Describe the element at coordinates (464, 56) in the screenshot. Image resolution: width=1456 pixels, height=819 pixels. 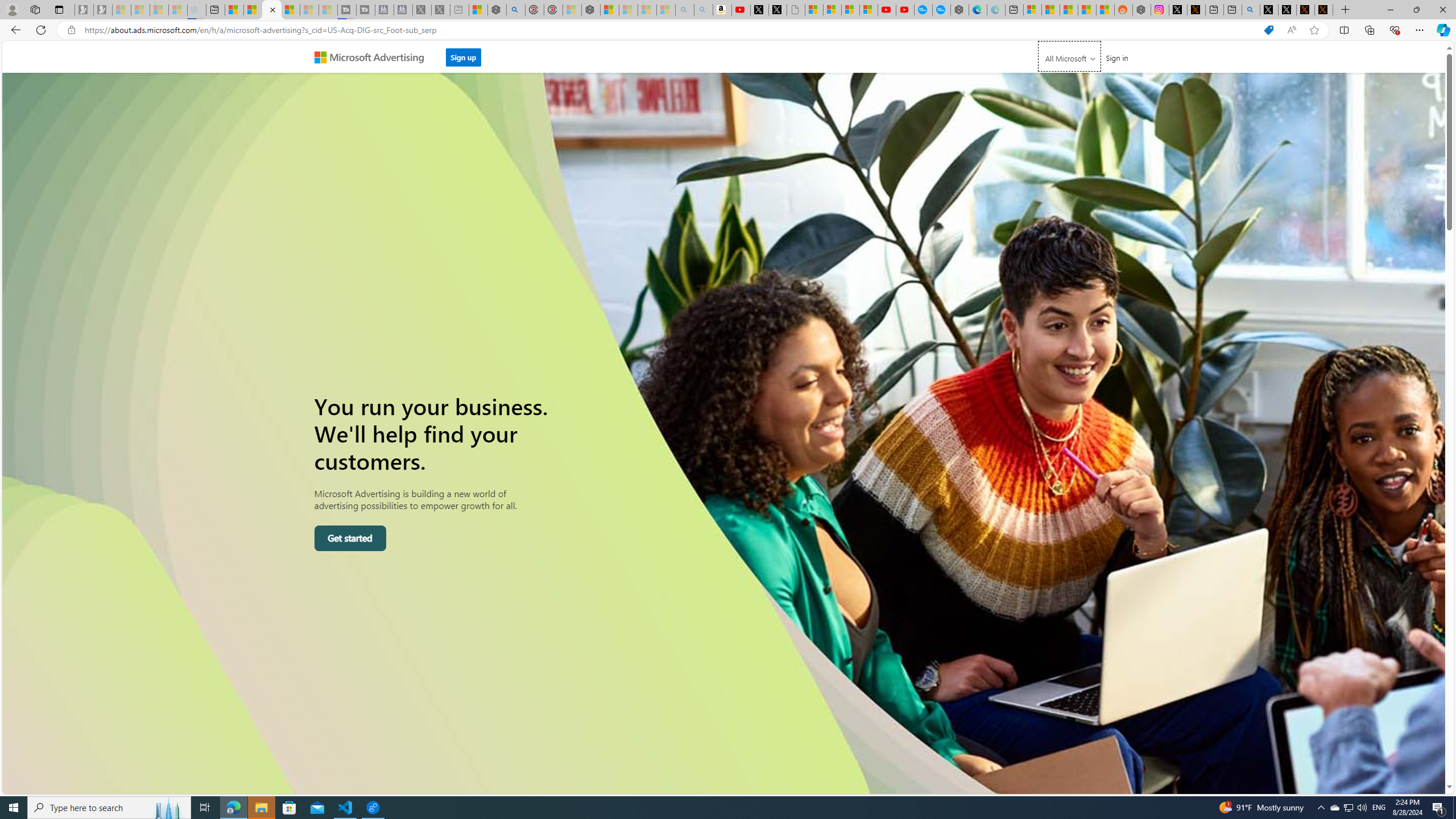
I see `'Sign up'` at that location.